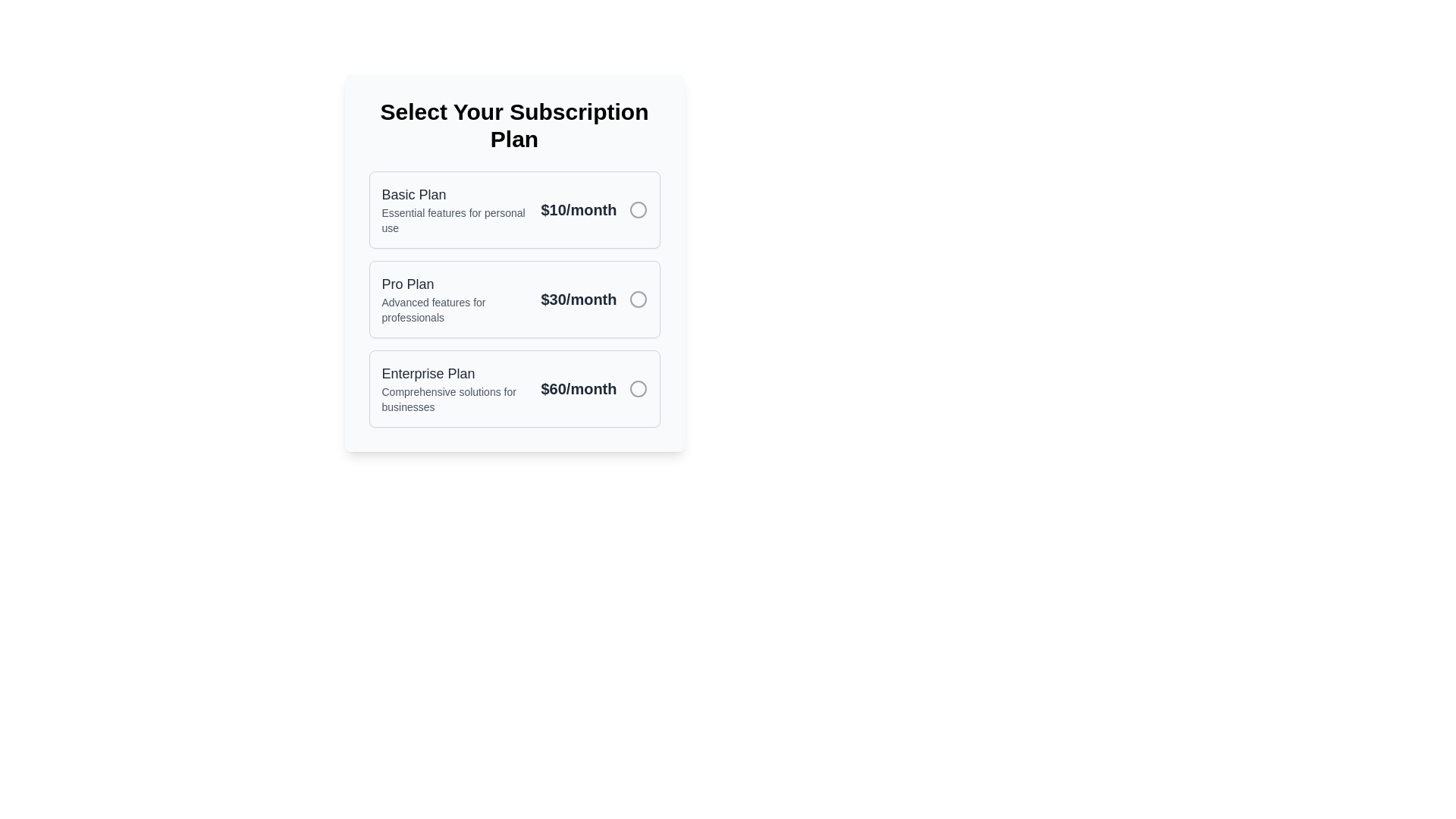 The height and width of the screenshot is (819, 1456). What do you see at coordinates (454, 210) in the screenshot?
I see `text content of the Text Block that displays 'Basic Plan' and its description 'Essential features for personal use', located in the upper-left part of the subscription plans card` at bounding box center [454, 210].